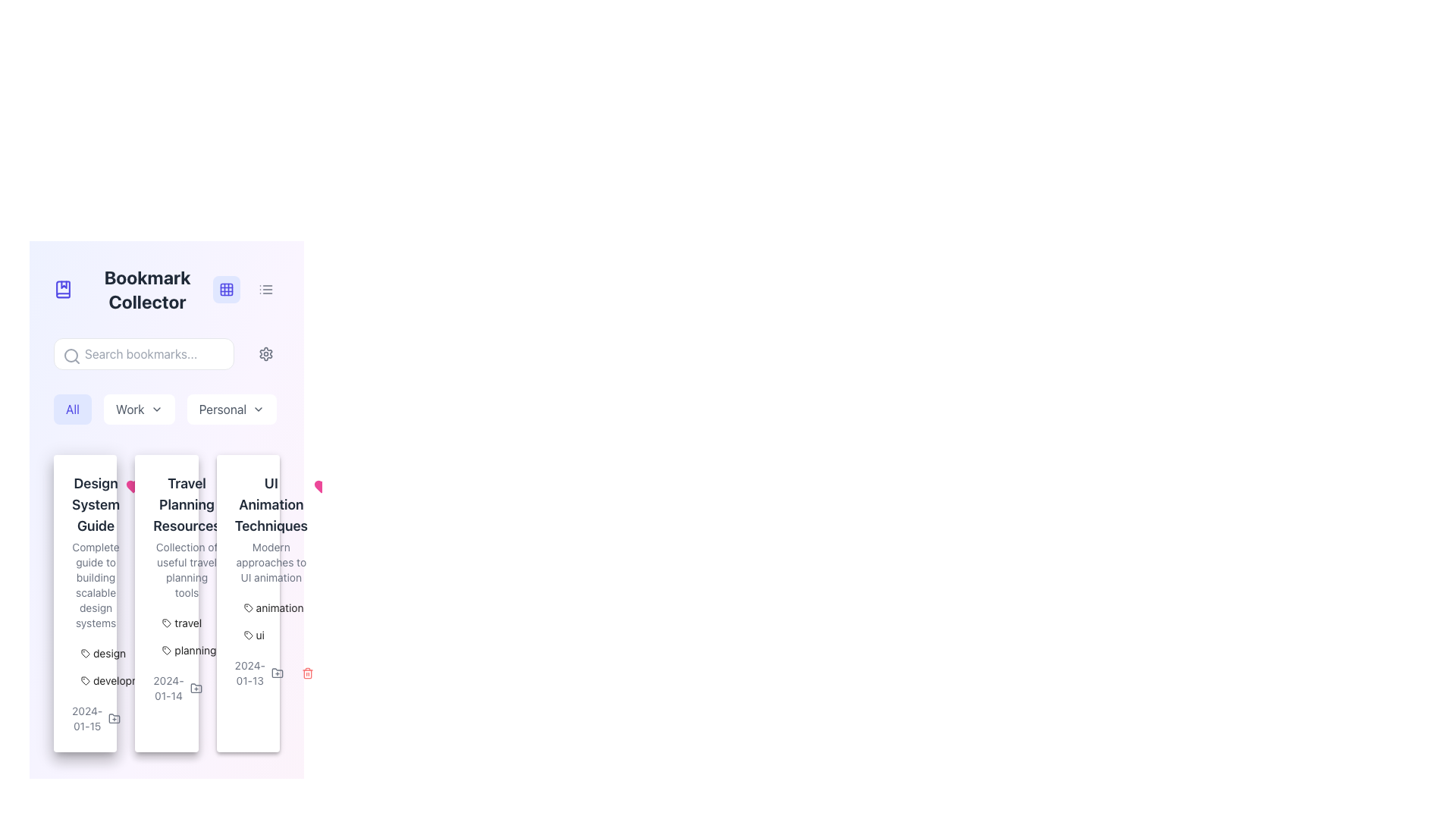 This screenshot has height=819, width=1456. I want to click on the 'Personal' Dropdown button that filters or sorts content related to the 'Personal' category, so click(231, 409).